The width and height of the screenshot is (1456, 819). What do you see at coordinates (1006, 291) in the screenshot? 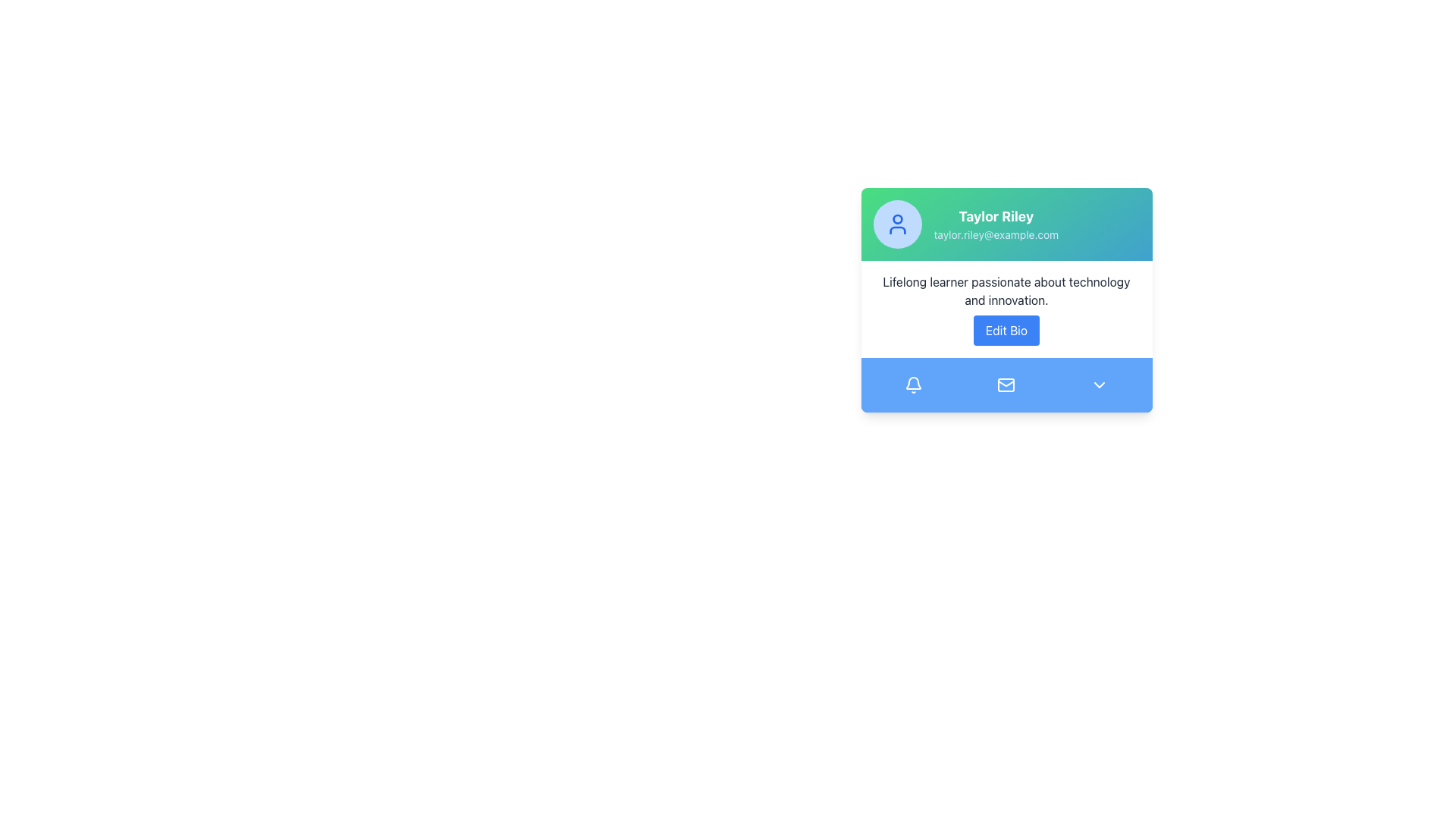
I see `the text component that displays the personal description of the profile owner, which is centrally located beneath the profile name and above the 'Edit Bio' button` at bounding box center [1006, 291].